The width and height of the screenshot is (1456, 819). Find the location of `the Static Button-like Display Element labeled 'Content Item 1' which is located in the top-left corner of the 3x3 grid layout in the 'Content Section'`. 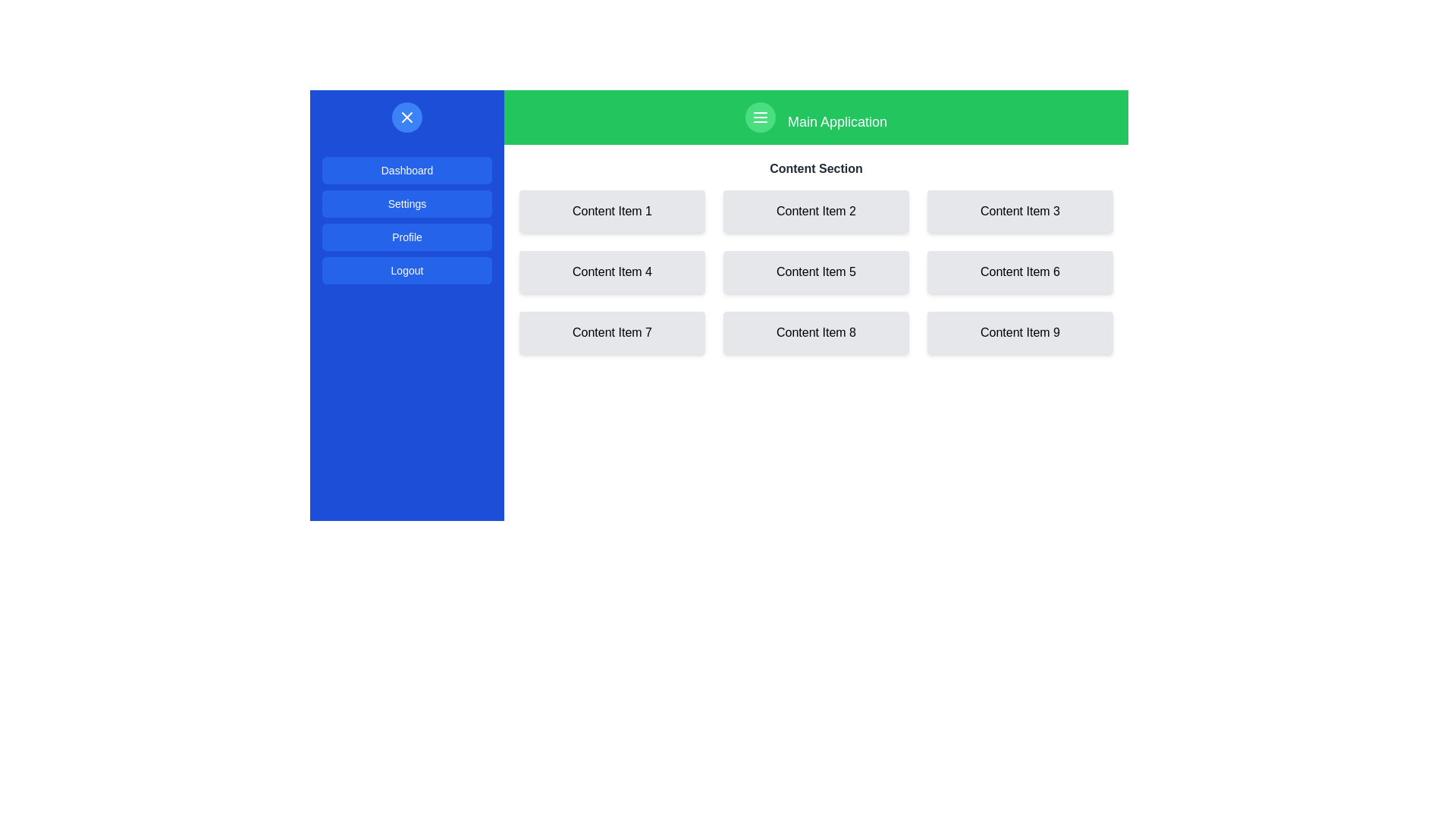

the Static Button-like Display Element labeled 'Content Item 1' which is located in the top-left corner of the 3x3 grid layout in the 'Content Section' is located at coordinates (612, 211).